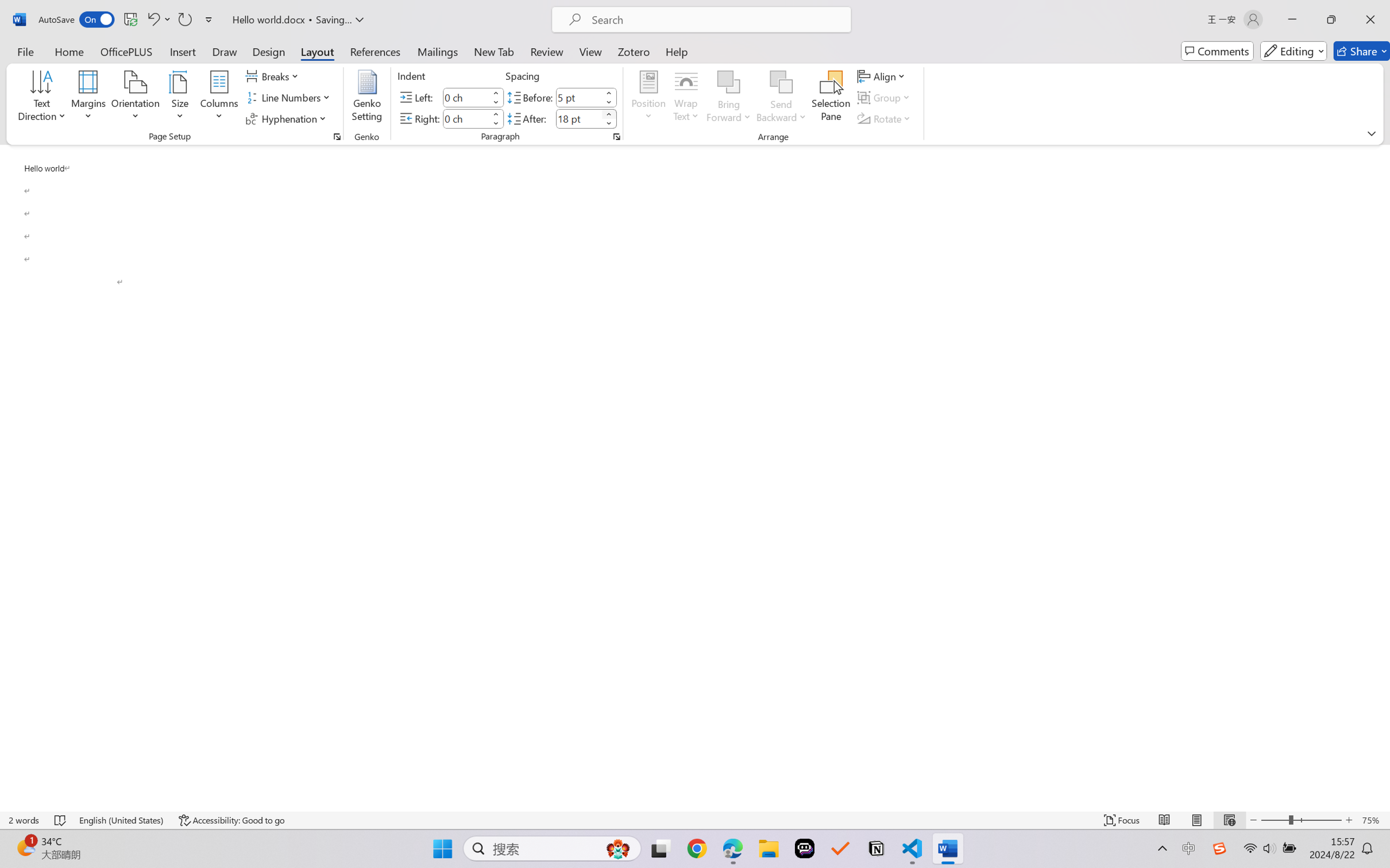 The image size is (1390, 868). I want to click on 'Orientation', so click(135, 98).